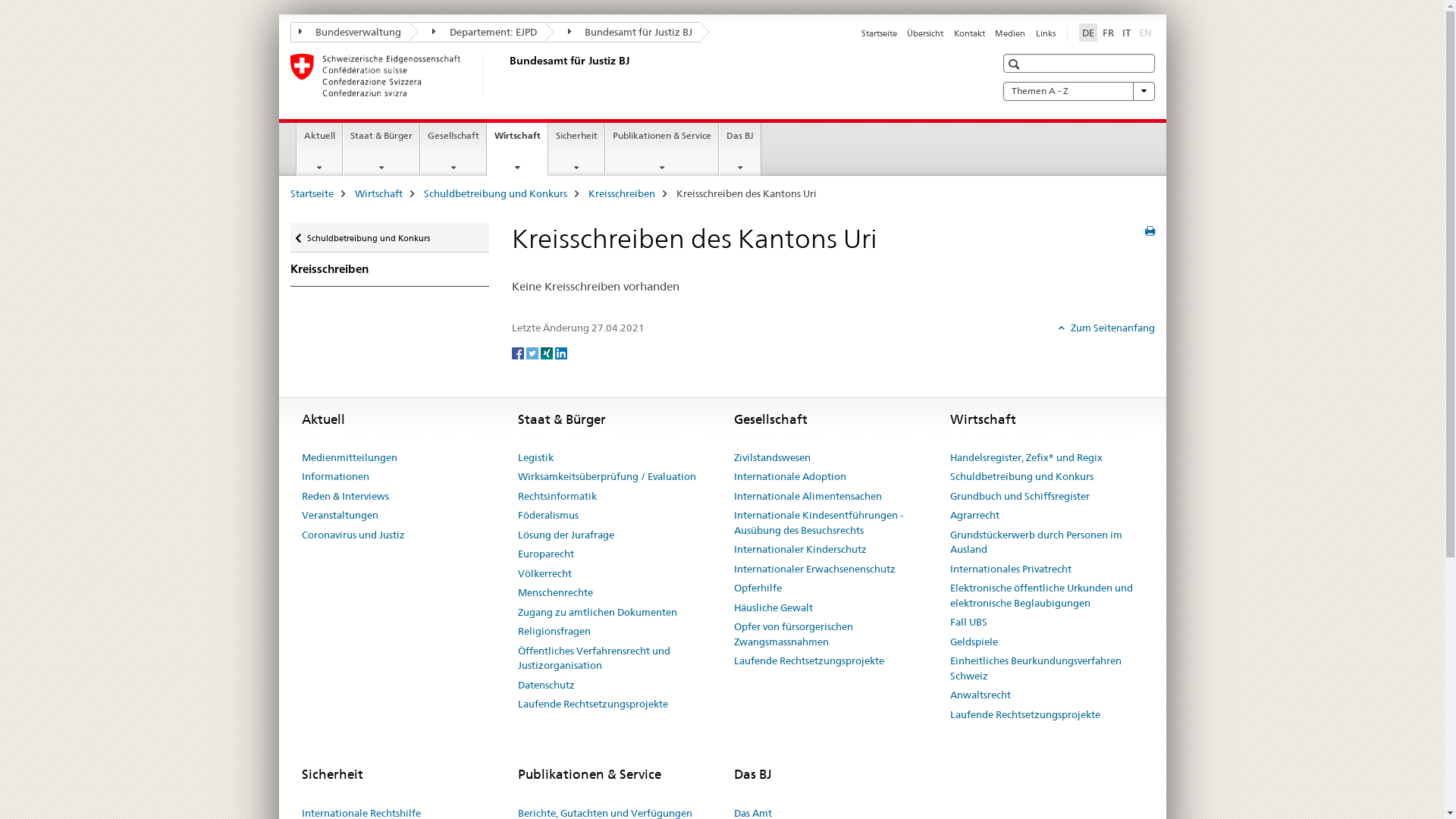  I want to click on 'Datenschutz', so click(545, 685).